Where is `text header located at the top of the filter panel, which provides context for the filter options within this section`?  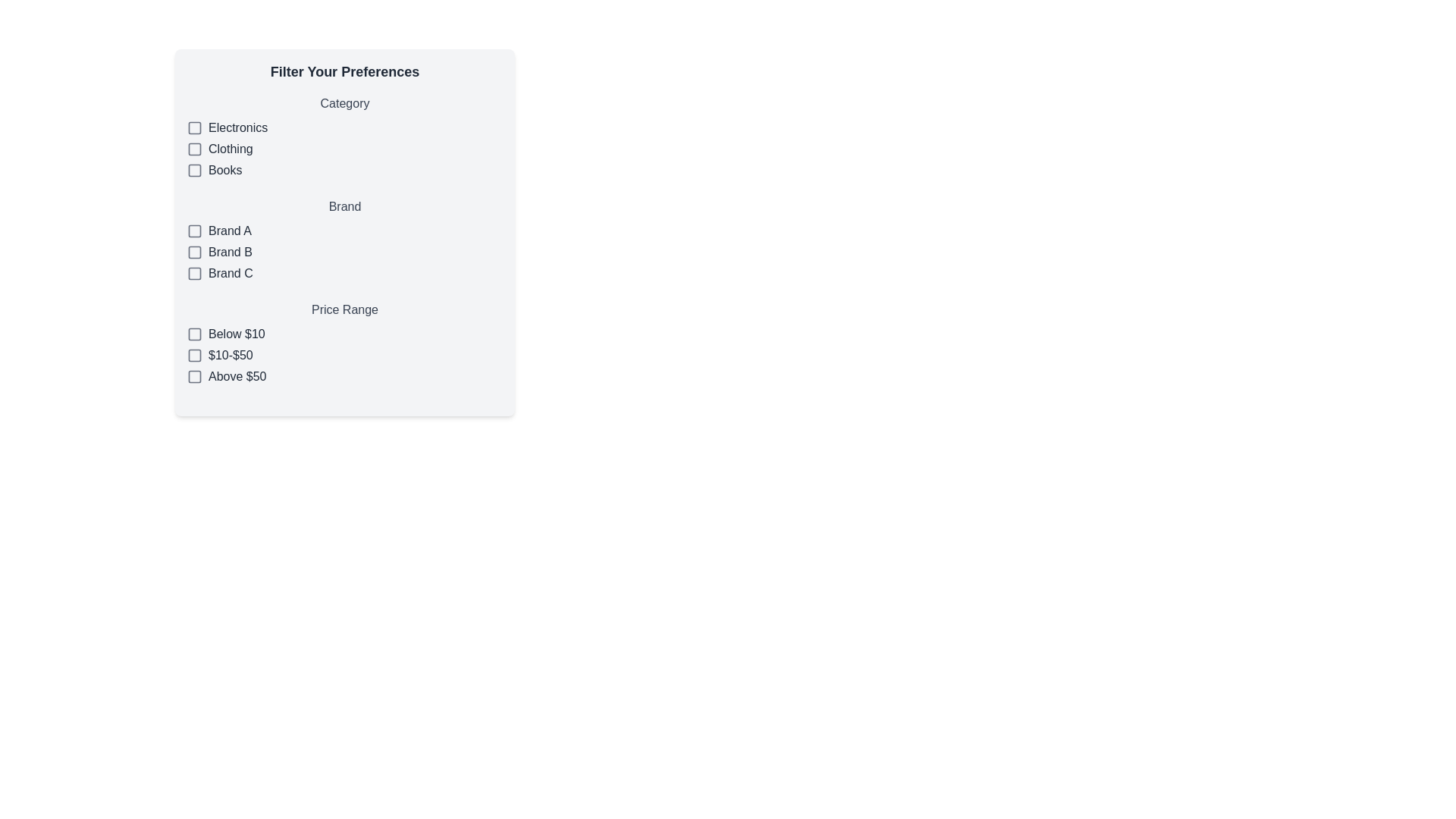 text header located at the top of the filter panel, which provides context for the filter options within this section is located at coordinates (344, 72).